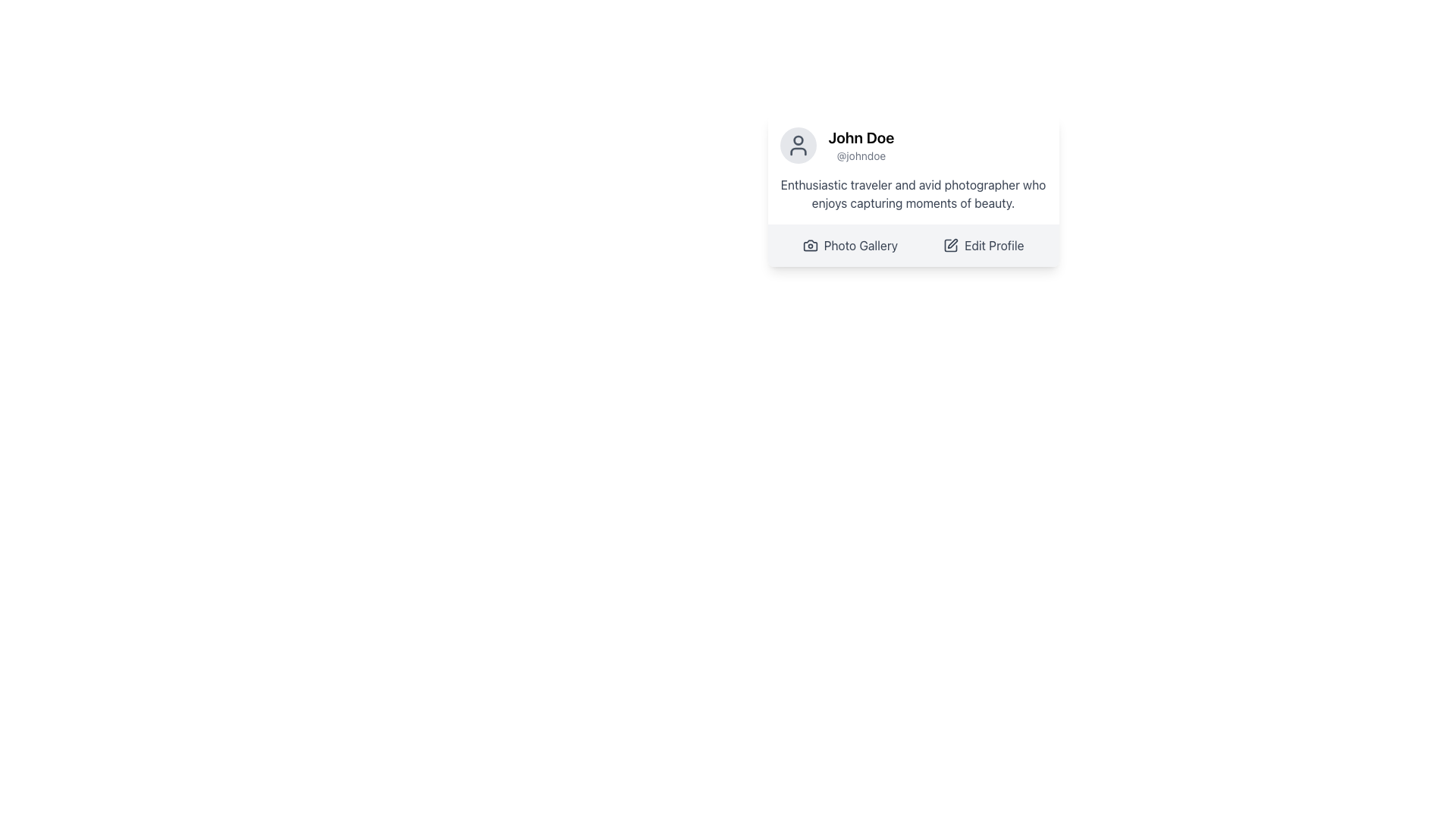 This screenshot has width=1456, height=819. Describe the element at coordinates (912, 245) in the screenshot. I see `the 'Photo Gallery' button on the navigation bar located at the bottom of the profile card` at that location.